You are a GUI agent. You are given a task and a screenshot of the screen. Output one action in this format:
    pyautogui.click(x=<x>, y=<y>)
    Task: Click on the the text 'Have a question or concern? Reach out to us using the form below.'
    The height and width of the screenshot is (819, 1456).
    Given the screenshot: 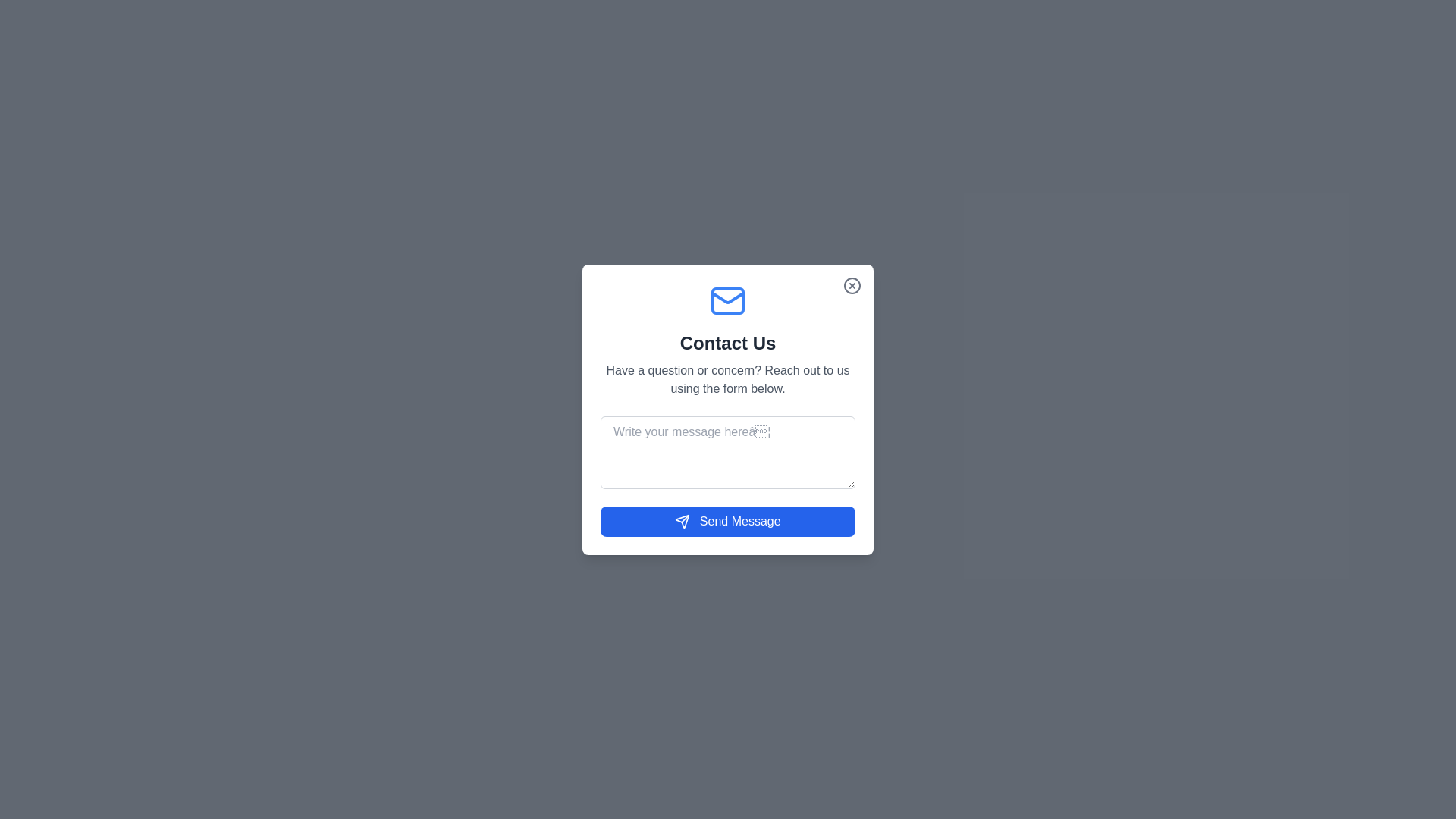 What is the action you would take?
    pyautogui.click(x=600, y=361)
    